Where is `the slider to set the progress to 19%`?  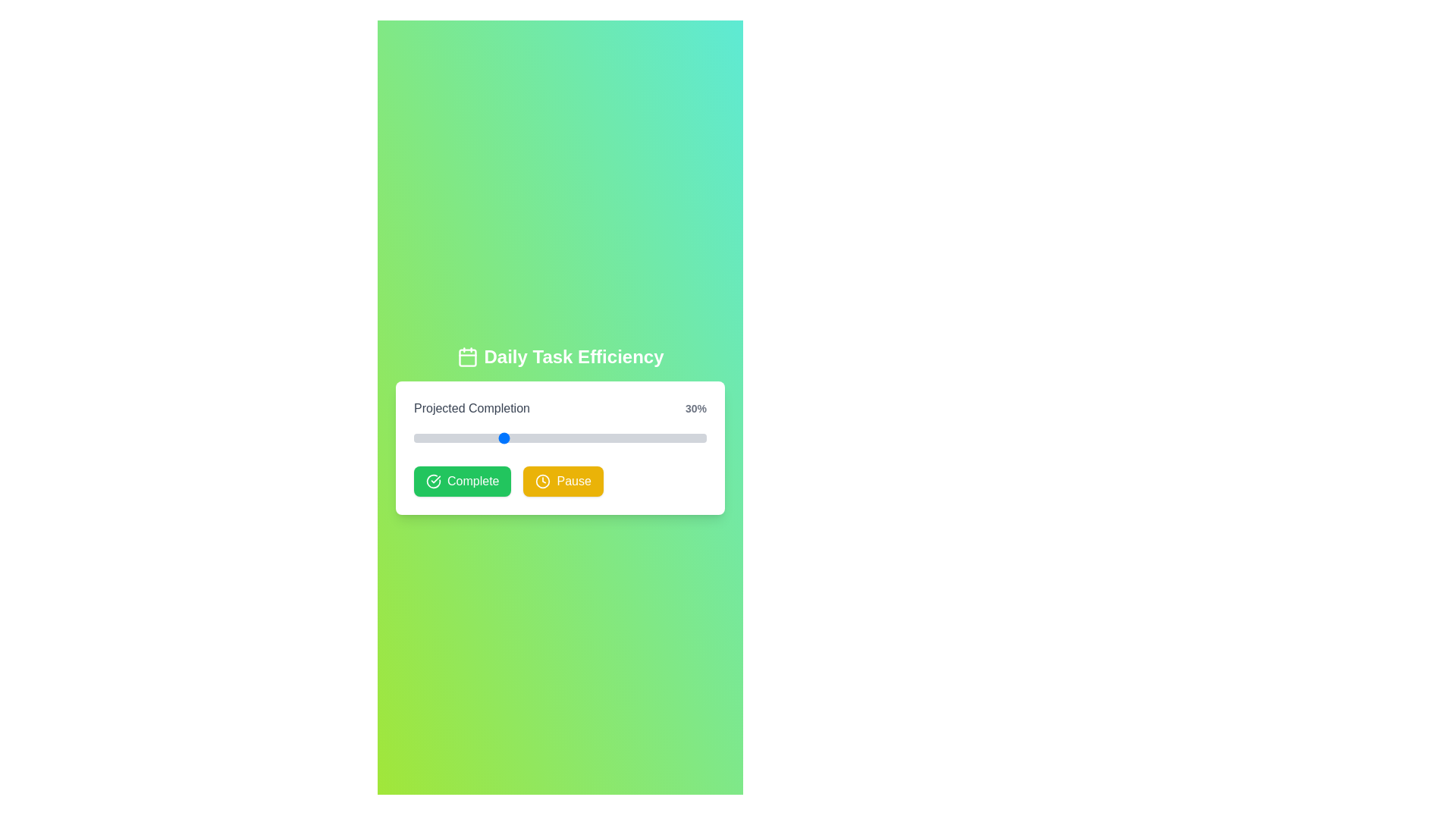
the slider to set the progress to 19% is located at coordinates (469, 438).